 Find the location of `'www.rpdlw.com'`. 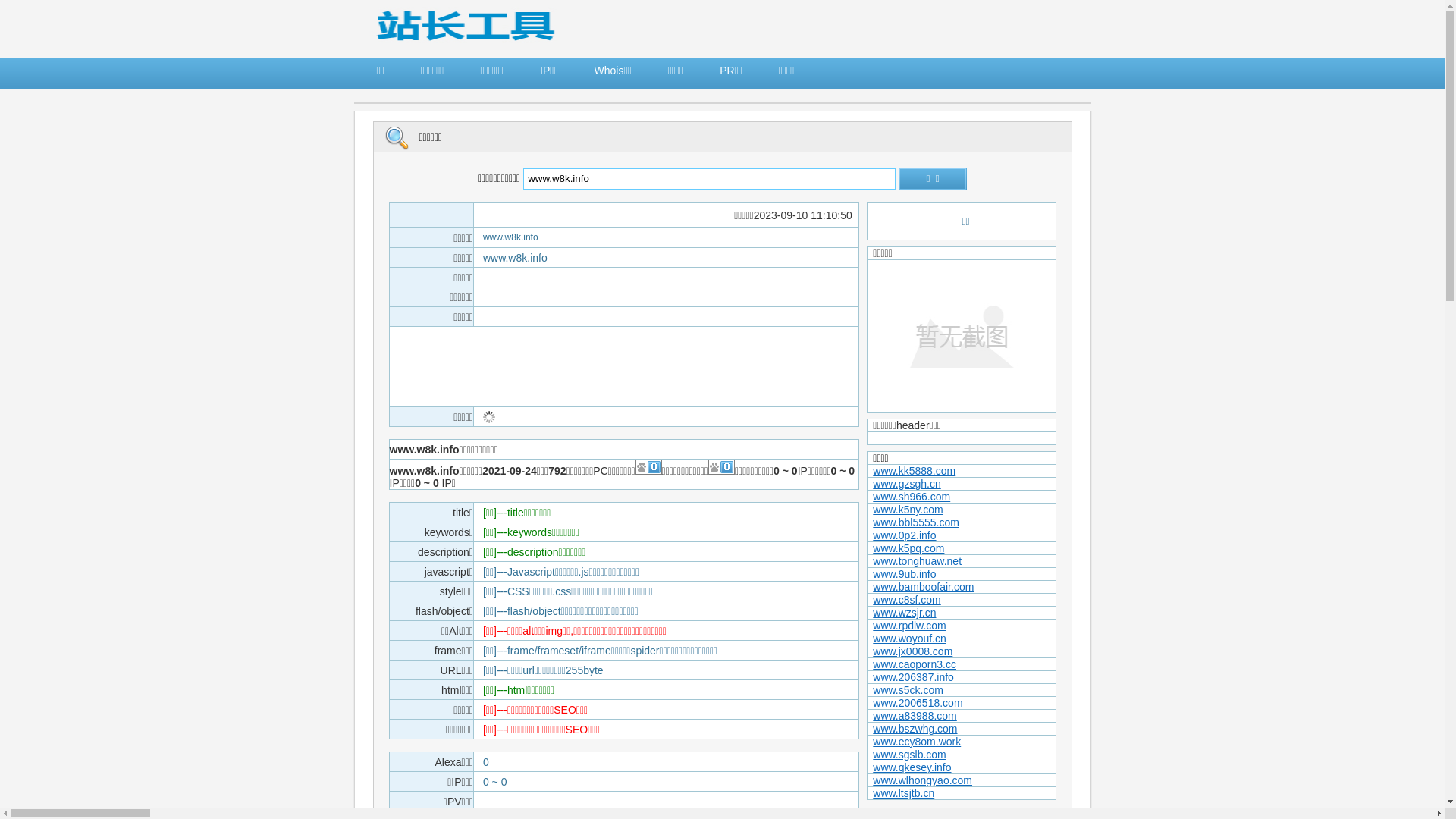

'www.rpdlw.com' is located at coordinates (873, 626).